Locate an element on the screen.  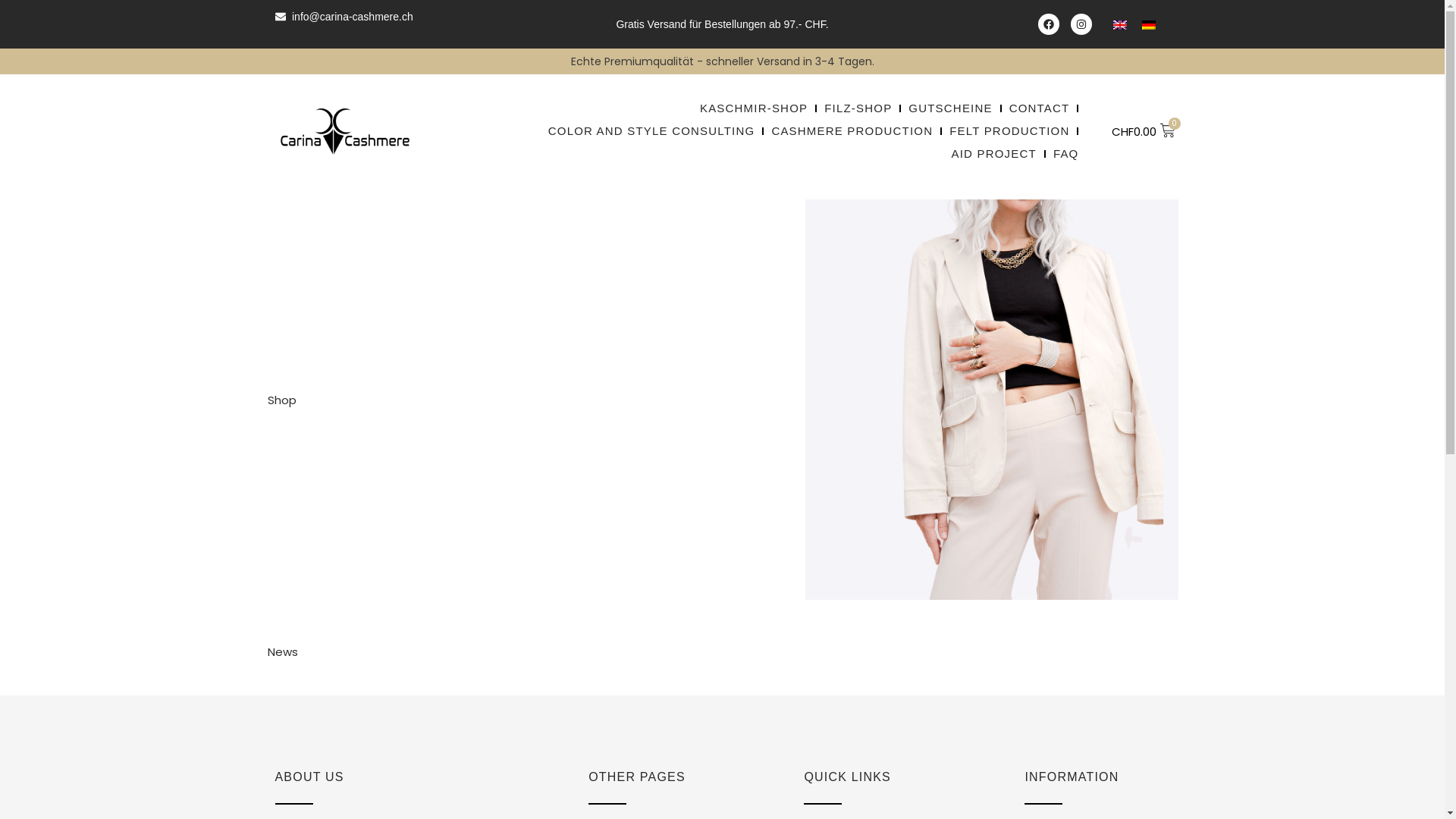
'CASHMERE PRODUCTION' is located at coordinates (771, 130).